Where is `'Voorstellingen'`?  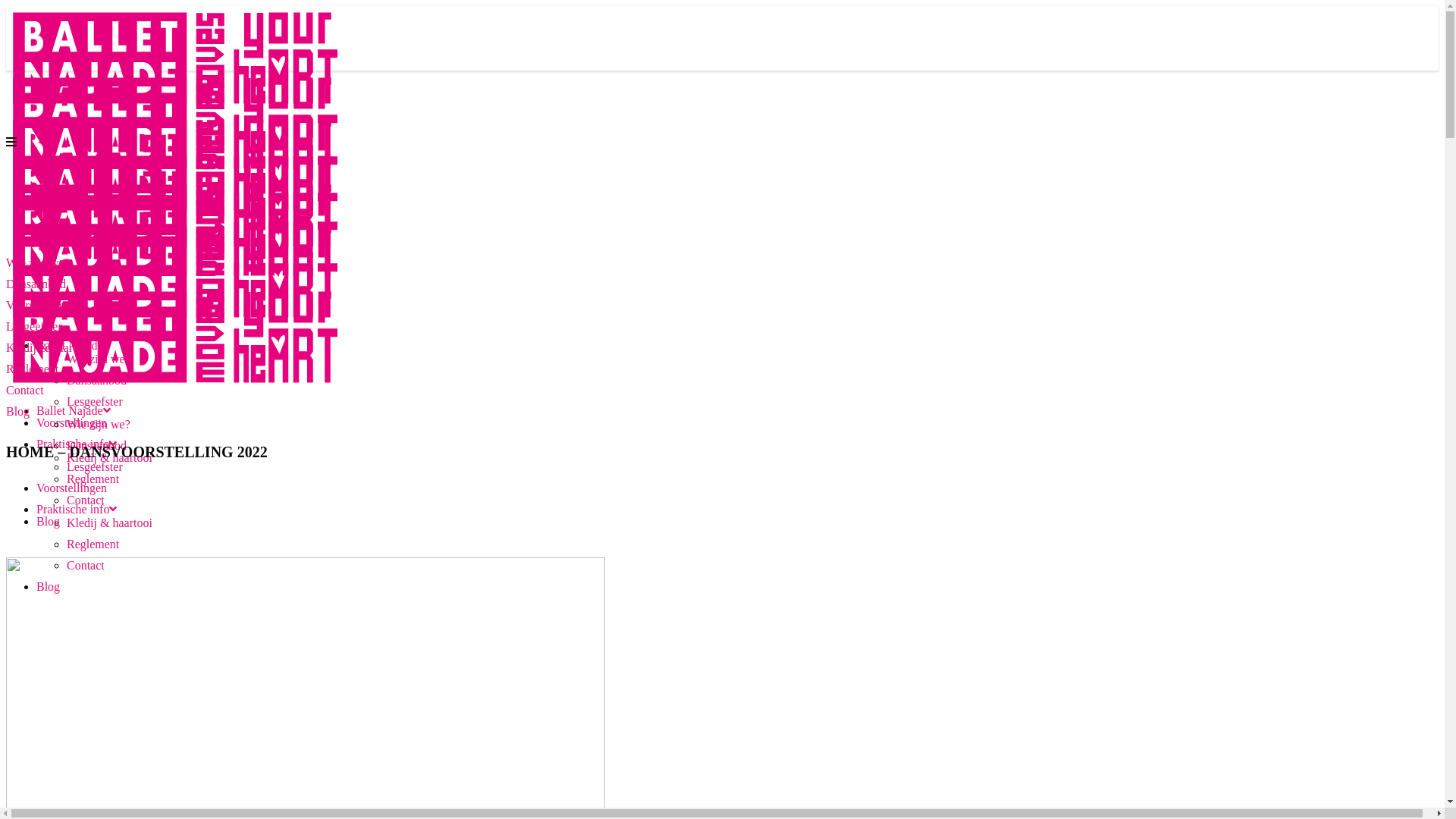 'Voorstellingen' is located at coordinates (71, 422).